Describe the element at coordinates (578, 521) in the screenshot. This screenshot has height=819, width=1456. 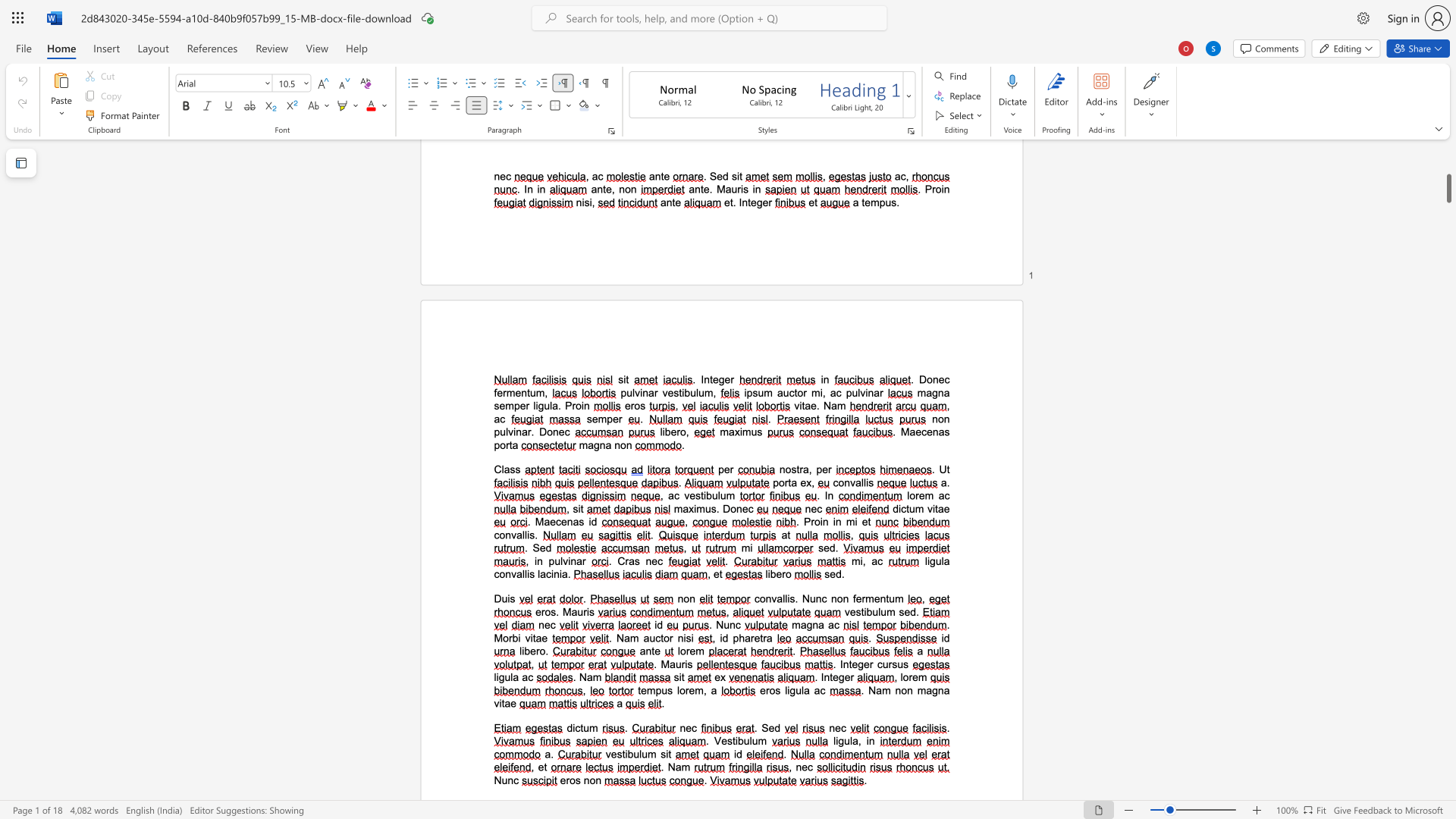
I see `the space between the continuous character "a" and "s" in the text` at that location.